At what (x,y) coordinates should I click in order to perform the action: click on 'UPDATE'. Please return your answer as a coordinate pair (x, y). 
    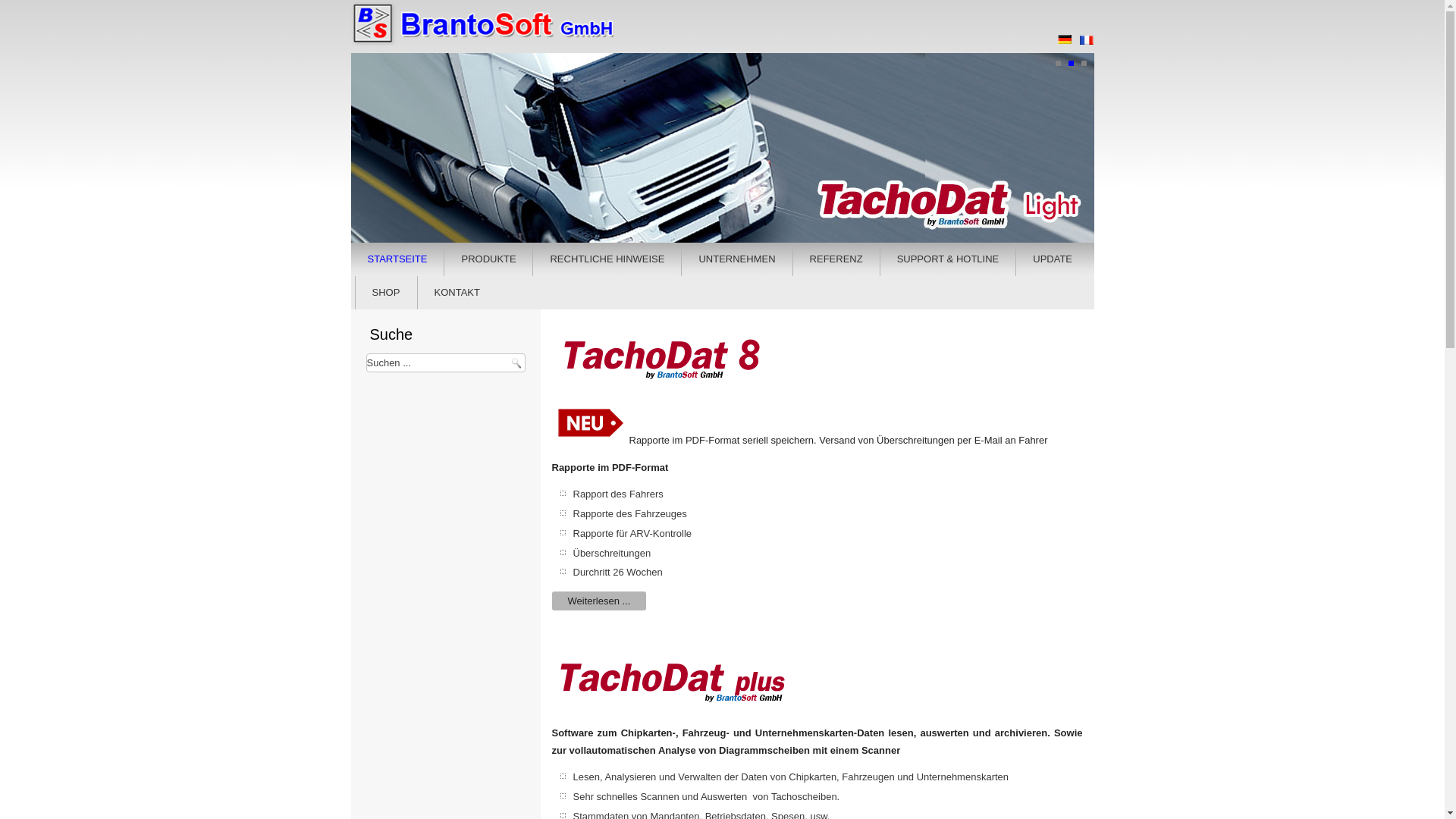
    Looking at the image, I should click on (1051, 259).